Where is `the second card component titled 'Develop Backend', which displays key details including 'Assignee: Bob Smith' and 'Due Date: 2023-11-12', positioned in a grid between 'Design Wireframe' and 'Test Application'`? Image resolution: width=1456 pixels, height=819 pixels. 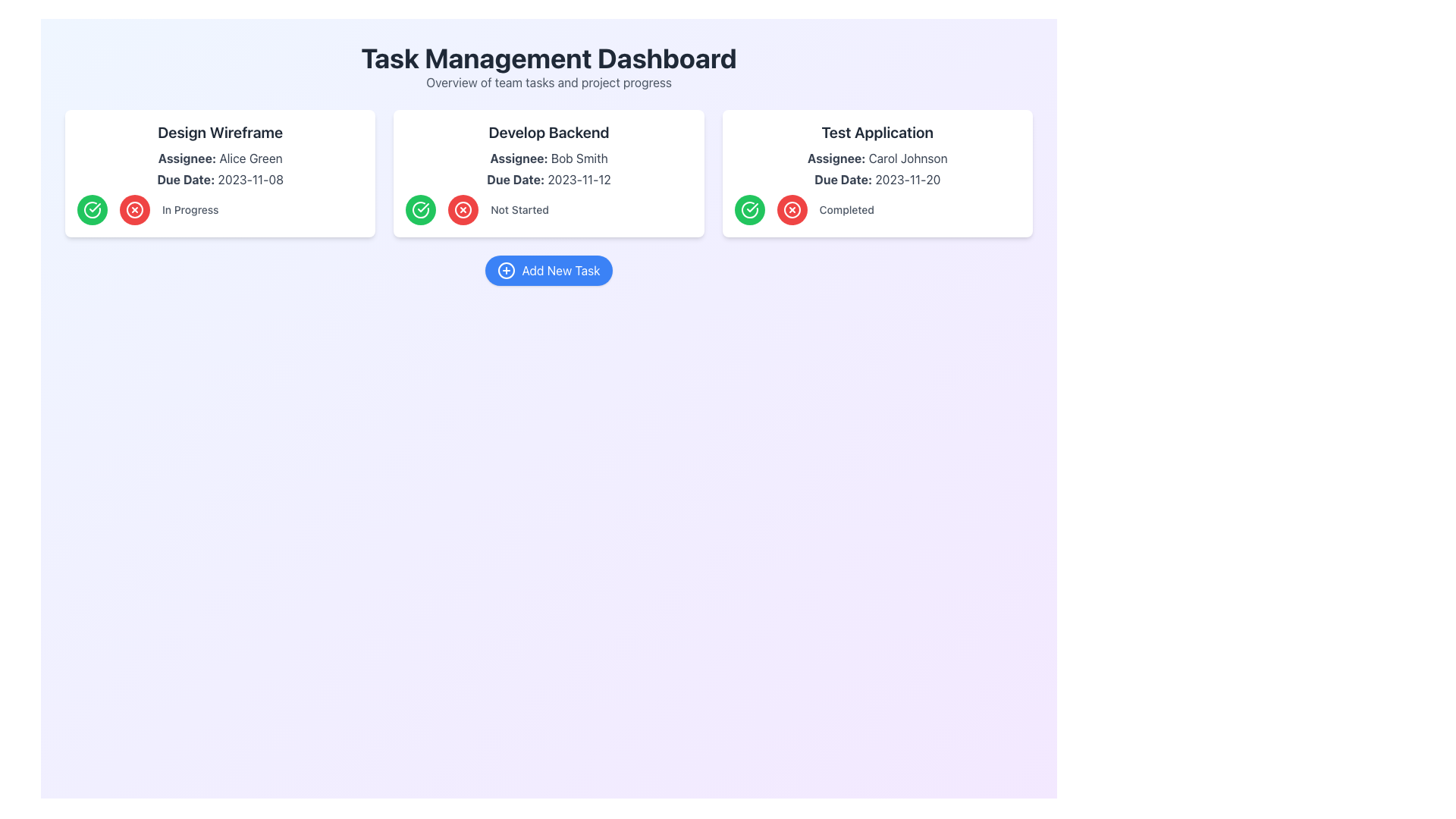
the second card component titled 'Develop Backend', which displays key details including 'Assignee: Bob Smith' and 'Due Date: 2023-11-12', positioned in a grid between 'Design Wireframe' and 'Test Application' is located at coordinates (548, 172).